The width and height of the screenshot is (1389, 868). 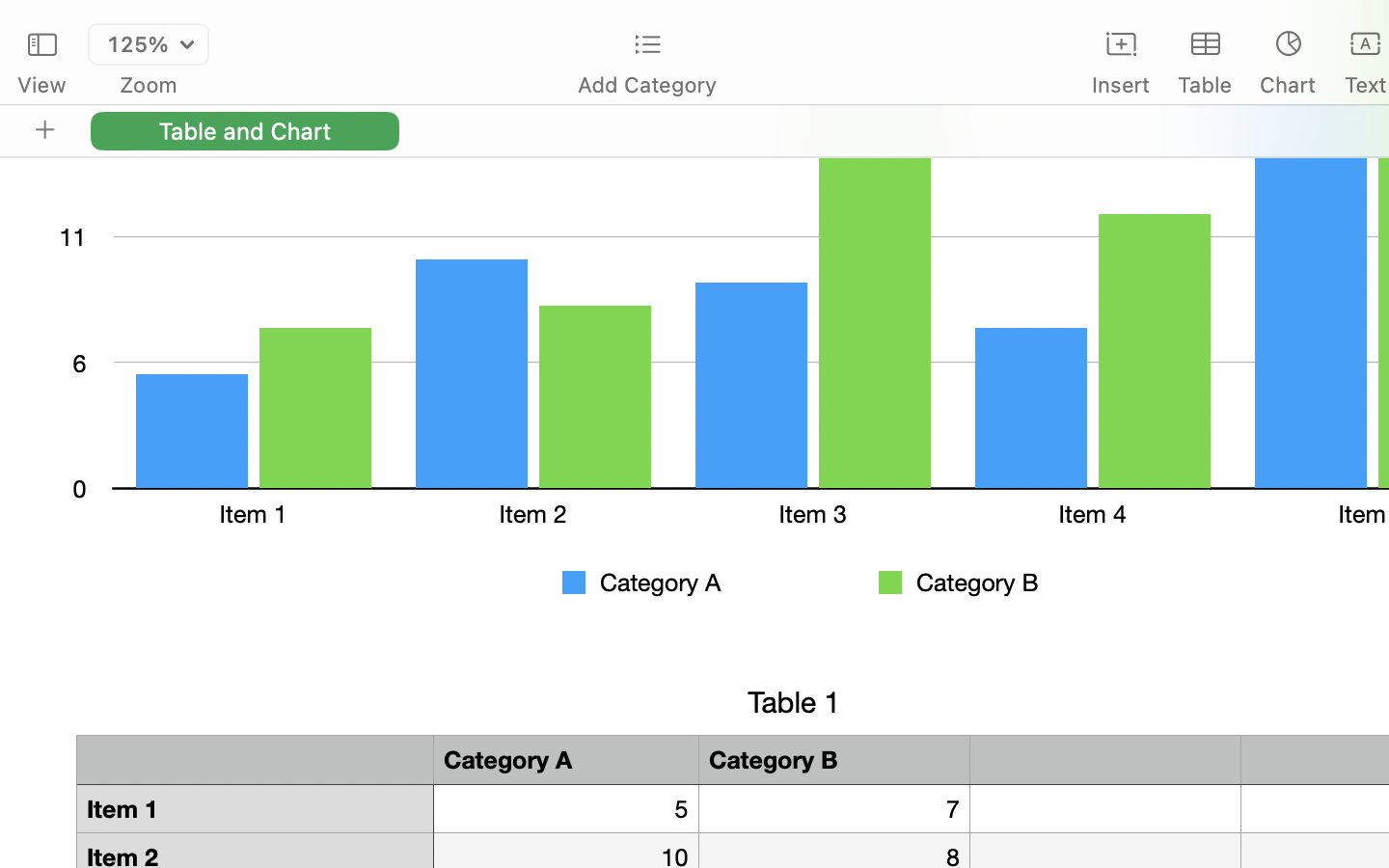 What do you see at coordinates (1120, 84) in the screenshot?
I see `'Insert'` at bounding box center [1120, 84].